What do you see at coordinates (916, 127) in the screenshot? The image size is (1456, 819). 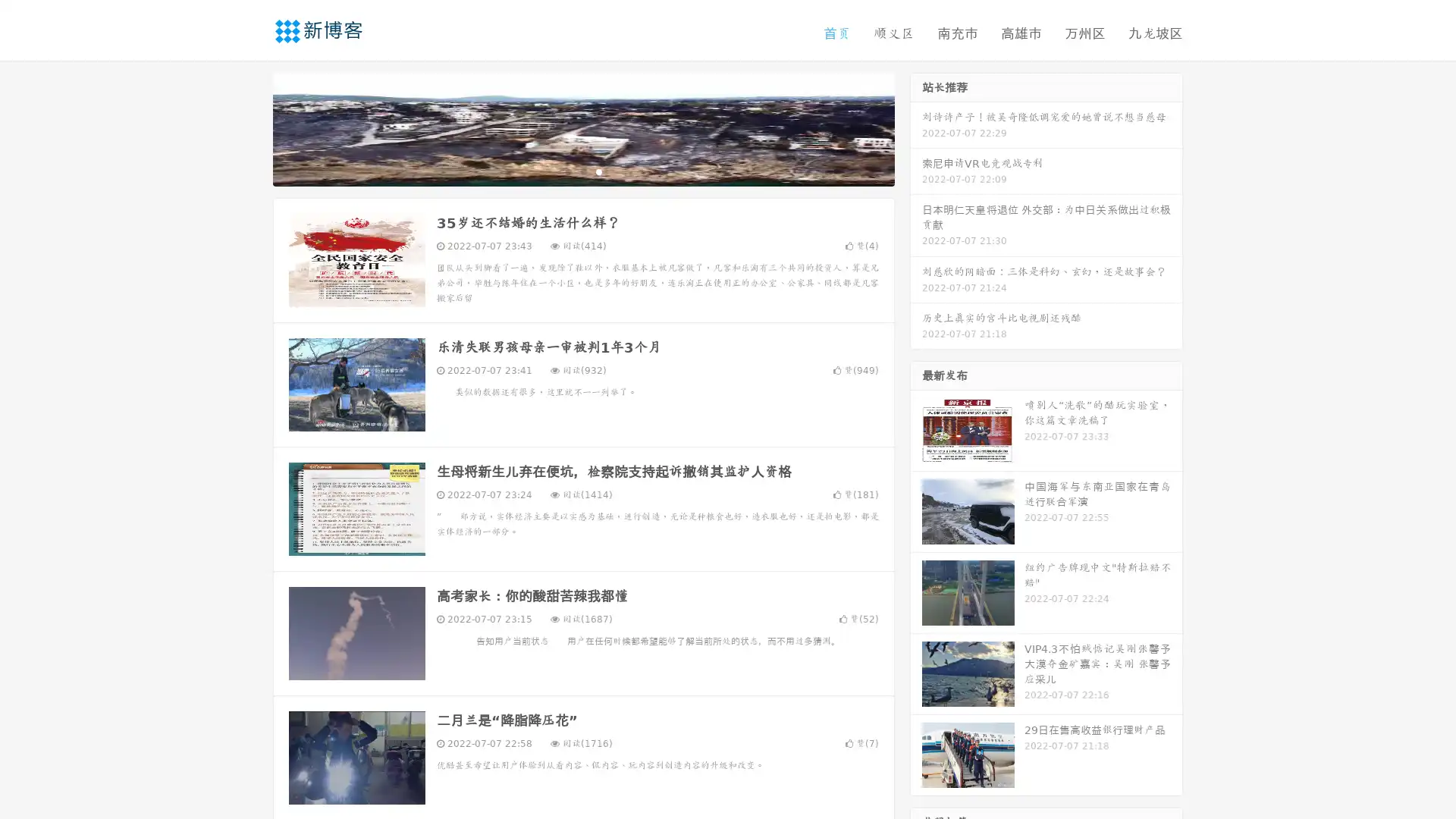 I see `Next slide` at bounding box center [916, 127].